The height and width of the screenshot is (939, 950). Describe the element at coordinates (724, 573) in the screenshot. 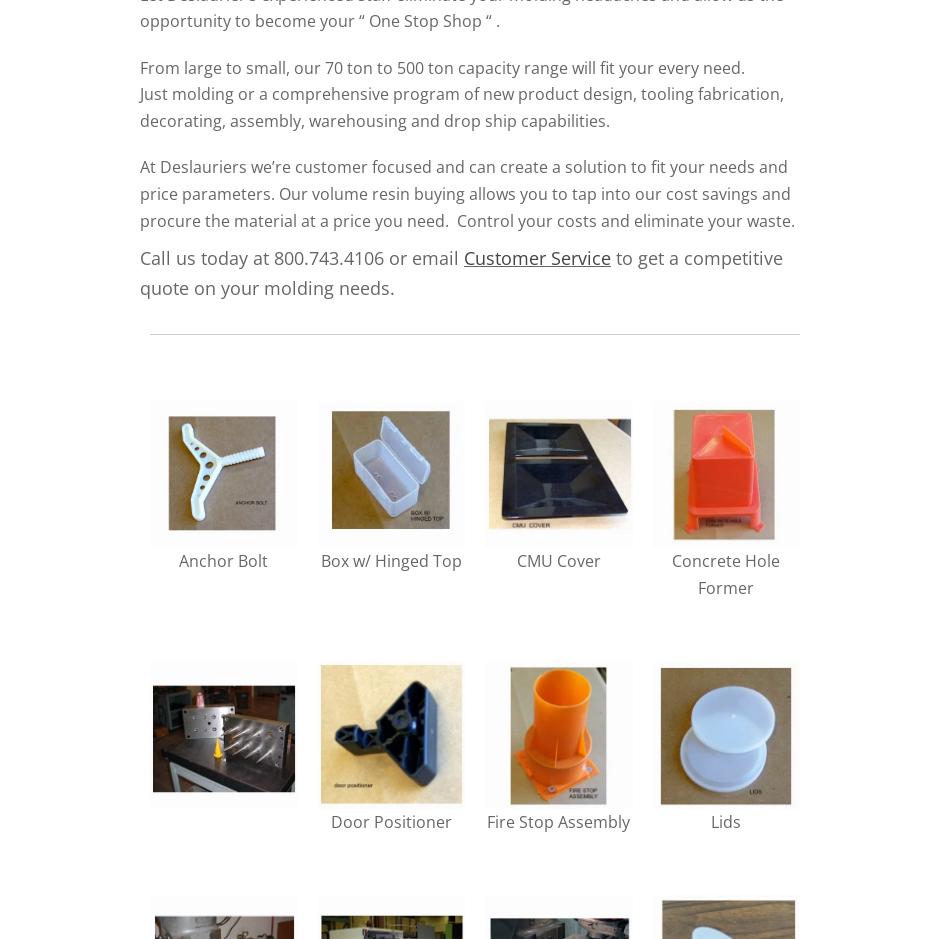

I see `'Concrete Hole Former'` at that location.